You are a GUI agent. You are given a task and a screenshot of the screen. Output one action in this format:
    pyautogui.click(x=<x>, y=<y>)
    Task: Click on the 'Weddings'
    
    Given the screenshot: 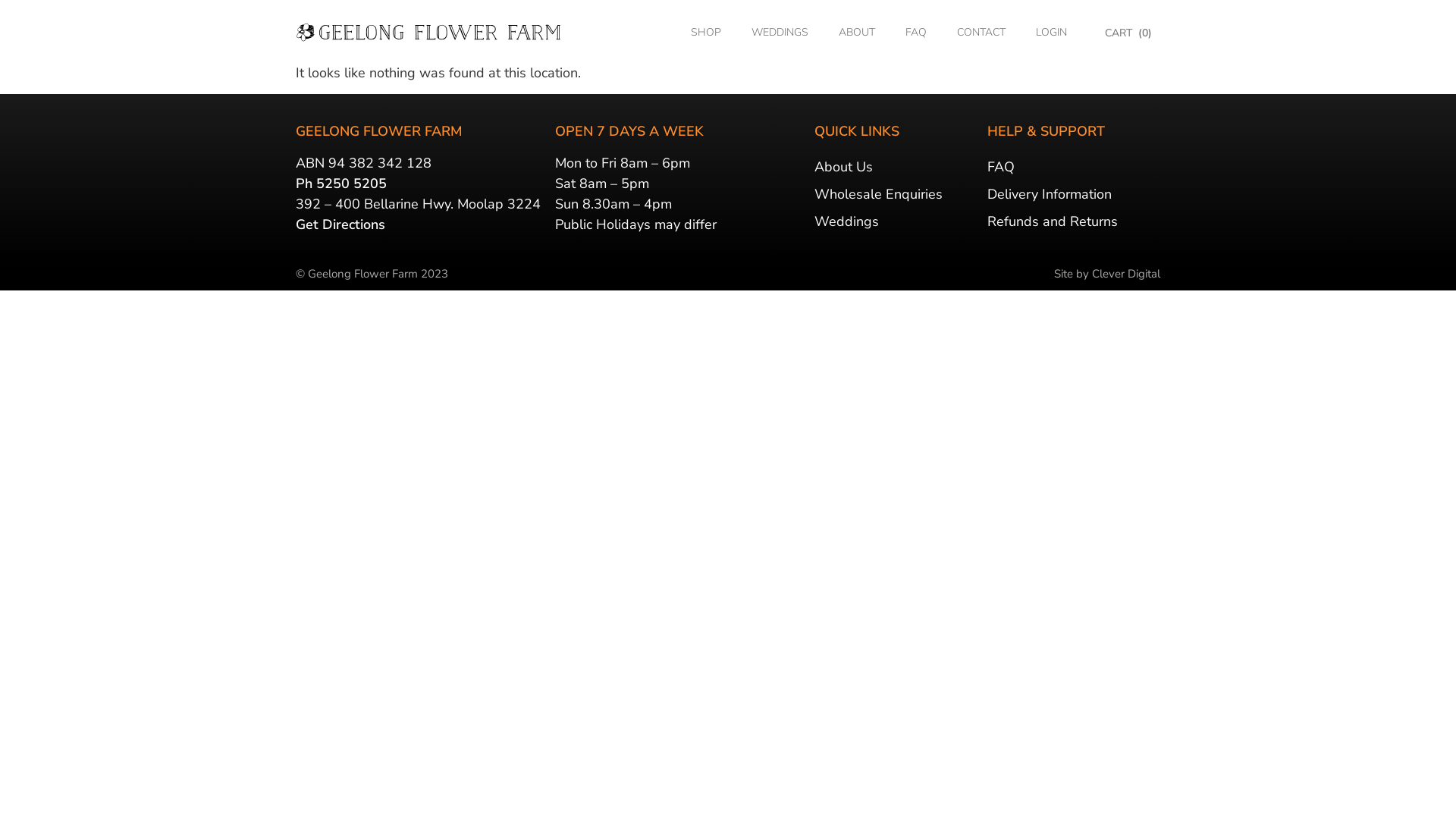 What is the action you would take?
    pyautogui.click(x=896, y=221)
    